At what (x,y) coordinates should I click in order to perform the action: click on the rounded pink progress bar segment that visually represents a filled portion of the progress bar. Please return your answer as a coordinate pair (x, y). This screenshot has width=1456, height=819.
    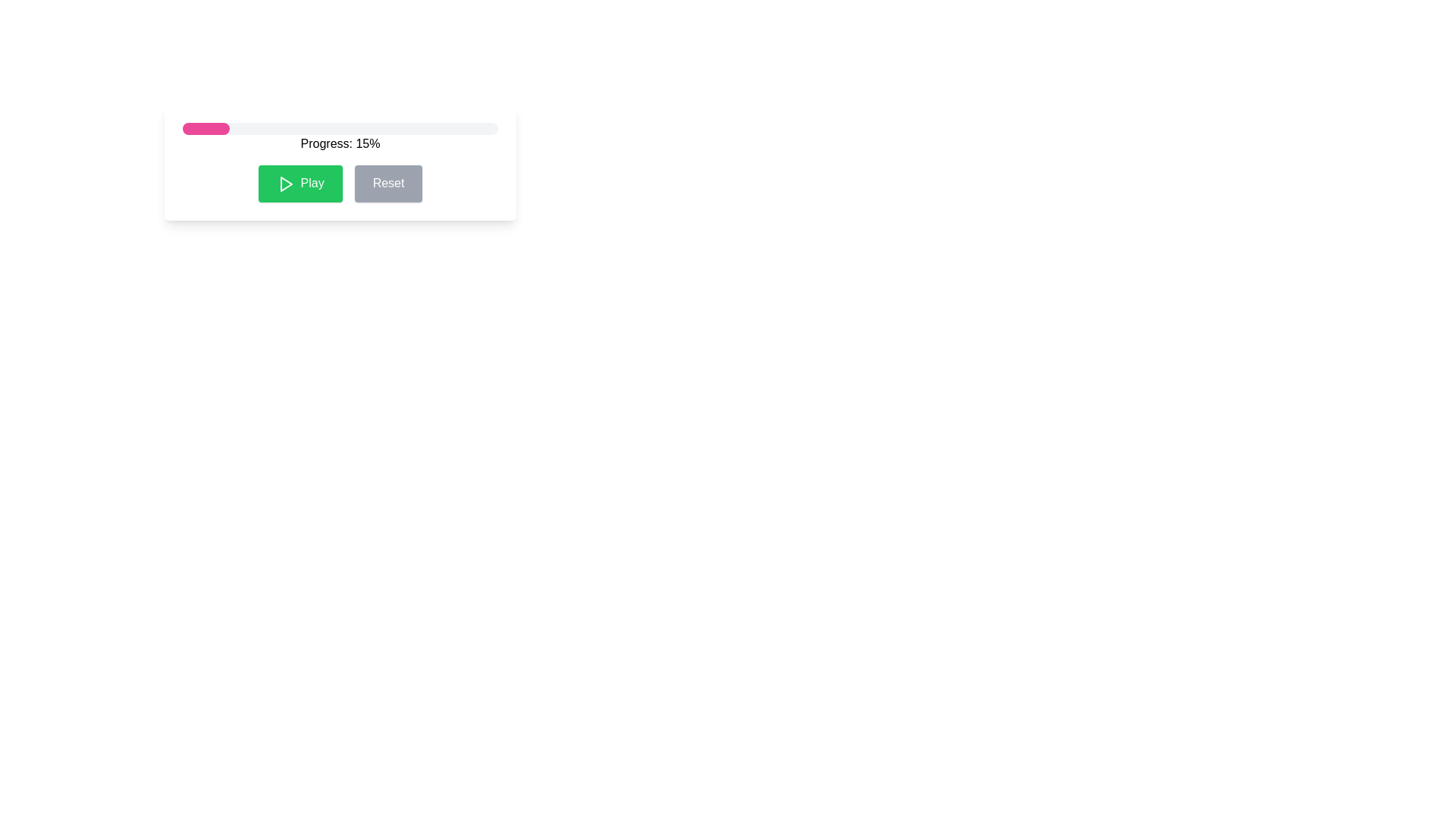
    Looking at the image, I should click on (206, 127).